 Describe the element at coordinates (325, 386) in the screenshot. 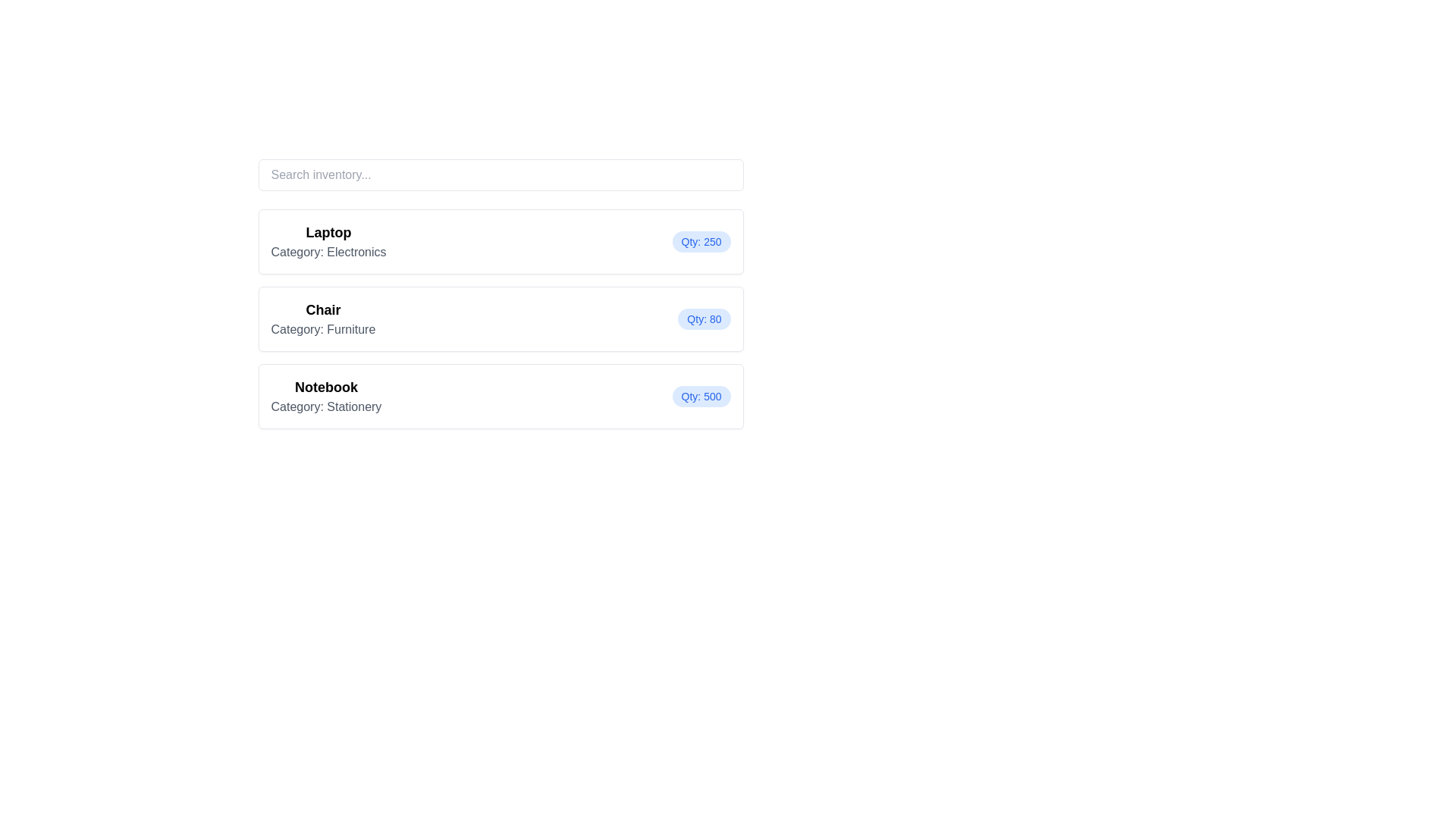

I see `the bold, black-colored static text reading 'Notebook', which is the third item in a vertical list of stationery categories` at that location.